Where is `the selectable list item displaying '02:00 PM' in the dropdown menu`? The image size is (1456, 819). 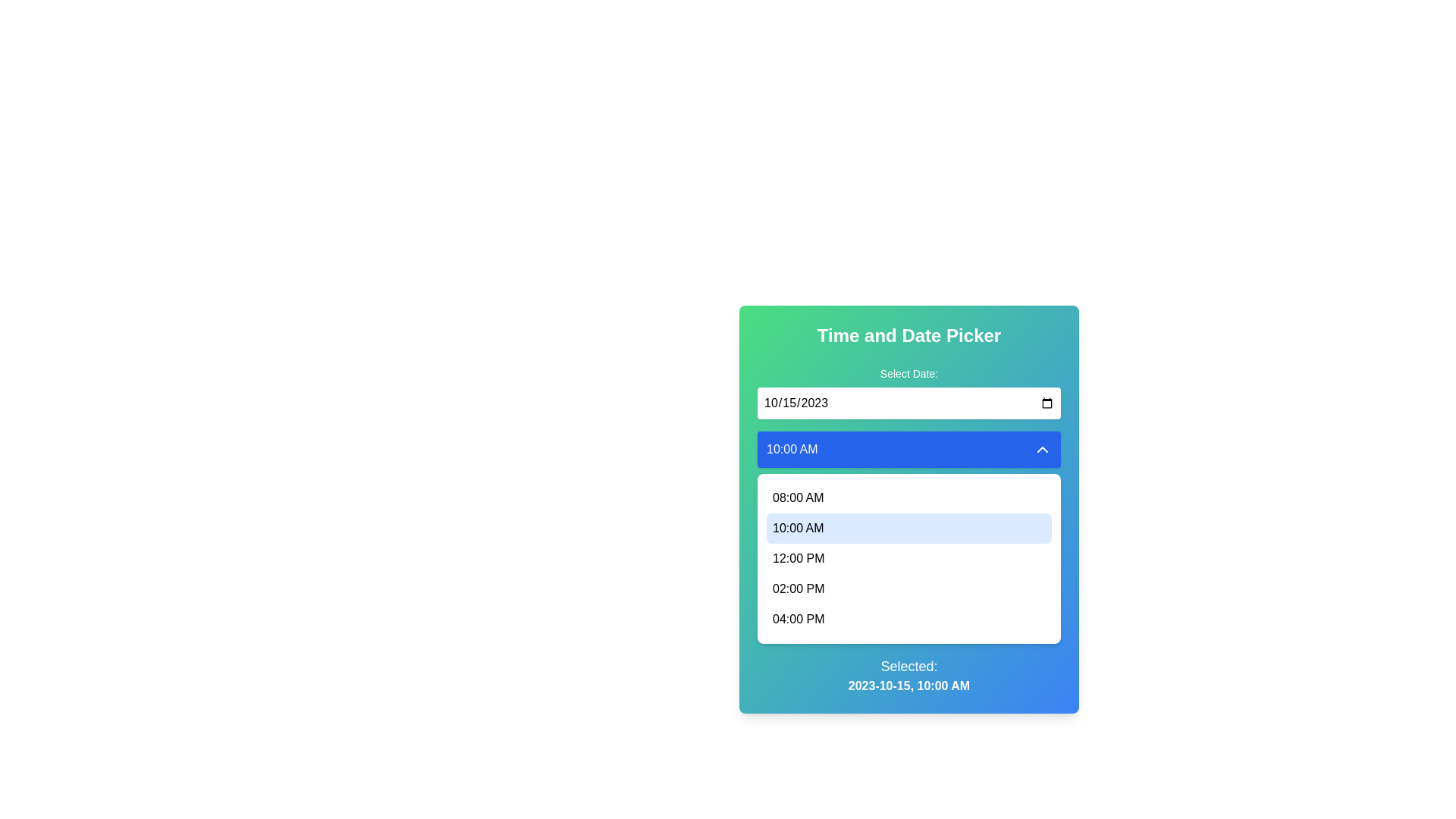
the selectable list item displaying '02:00 PM' in the dropdown menu is located at coordinates (798, 588).